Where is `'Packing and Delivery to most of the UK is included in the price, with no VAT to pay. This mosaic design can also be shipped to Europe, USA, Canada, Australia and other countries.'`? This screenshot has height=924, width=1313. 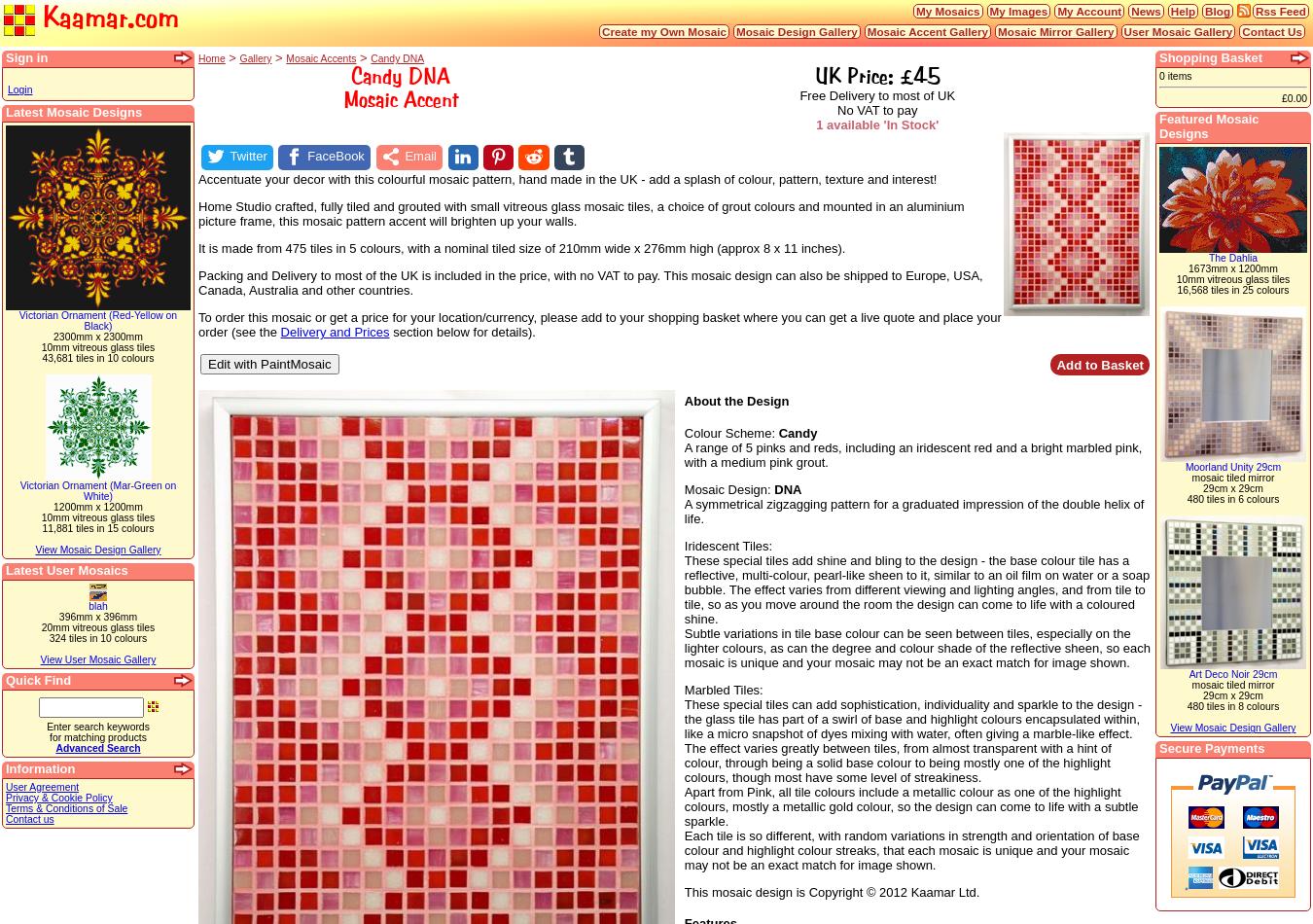 'Packing and Delivery to most of the UK is included in the price, with no VAT to pay. This mosaic design can also be shipped to Europe, USA, Canada, Australia and other countries.' is located at coordinates (589, 281).